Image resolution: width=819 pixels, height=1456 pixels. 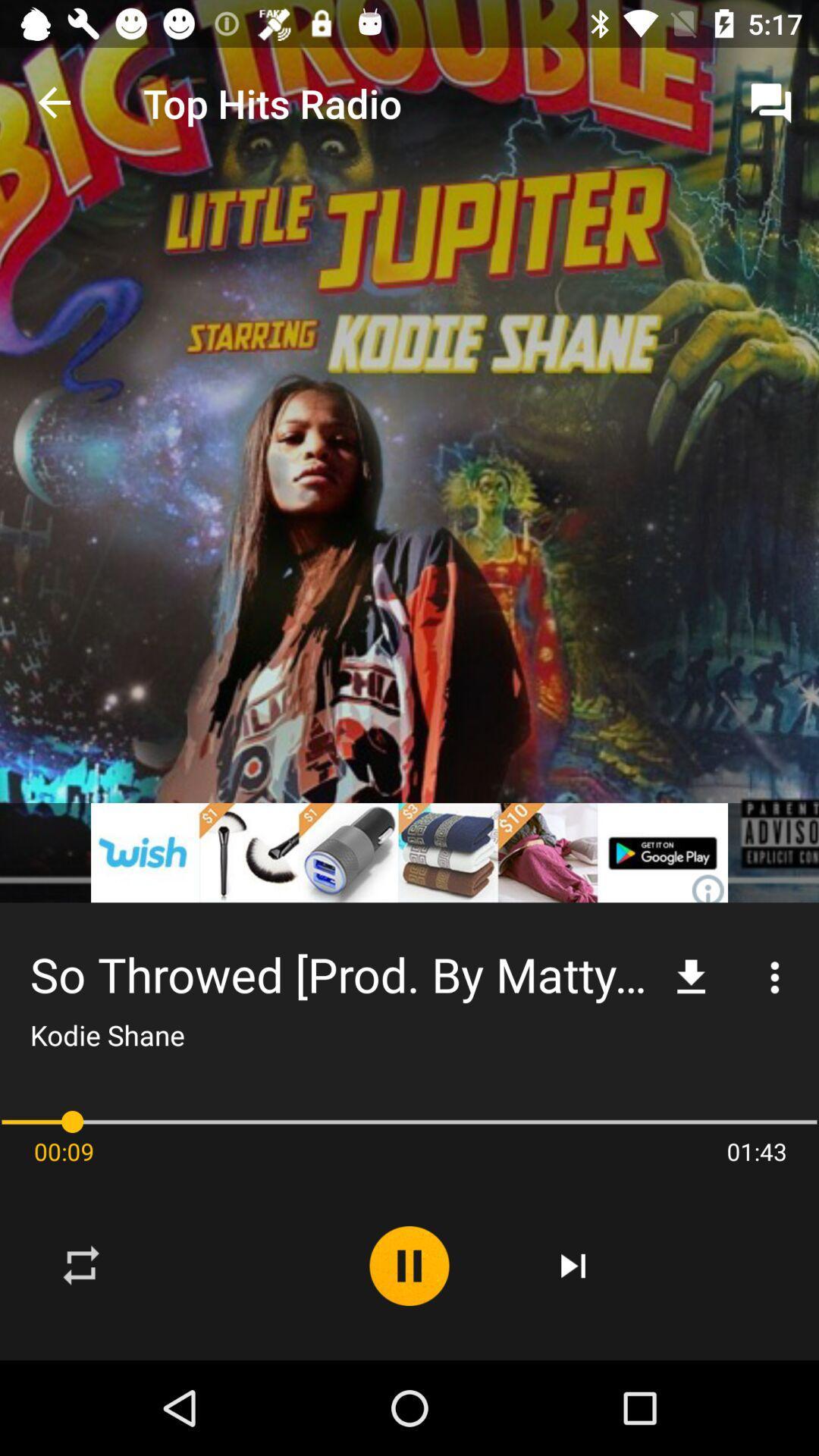 What do you see at coordinates (691, 977) in the screenshot?
I see `the item to the right of the so throwed prod item` at bounding box center [691, 977].